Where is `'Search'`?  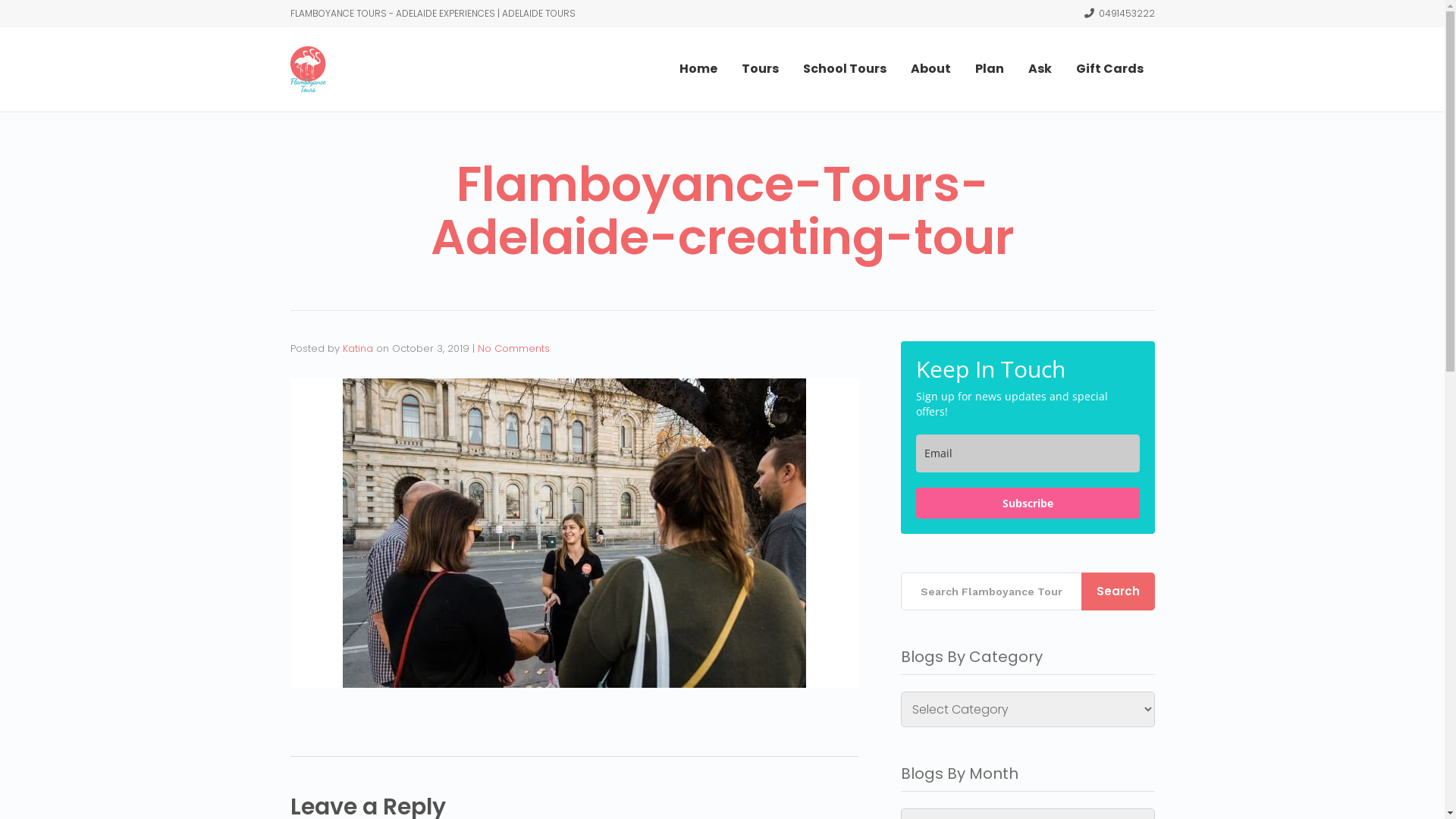 'Search' is located at coordinates (1118, 590).